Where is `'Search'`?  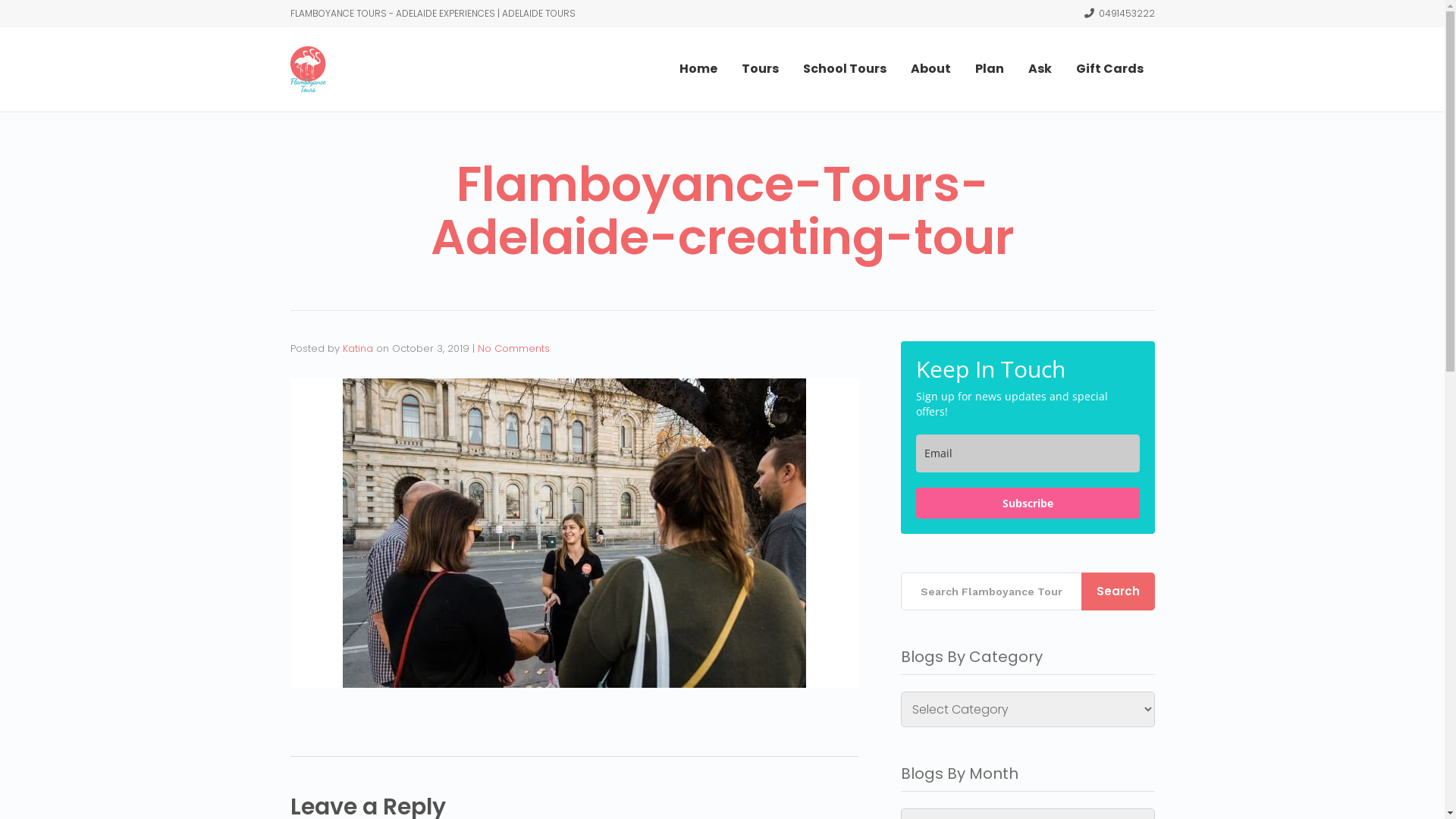 'Search' is located at coordinates (1118, 590).